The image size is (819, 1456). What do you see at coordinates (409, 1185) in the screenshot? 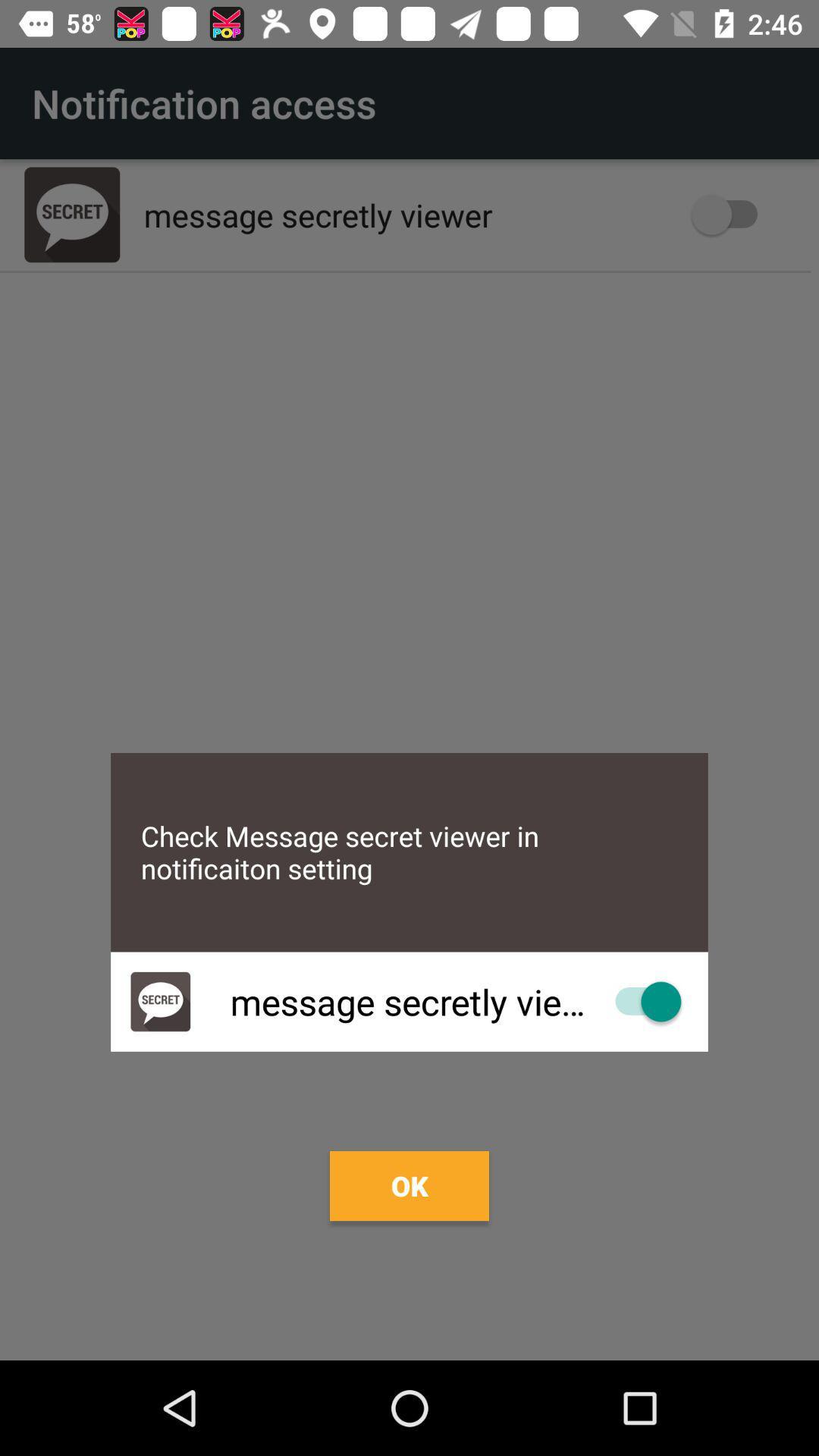
I see `the icon below message secretly viewer icon` at bounding box center [409, 1185].